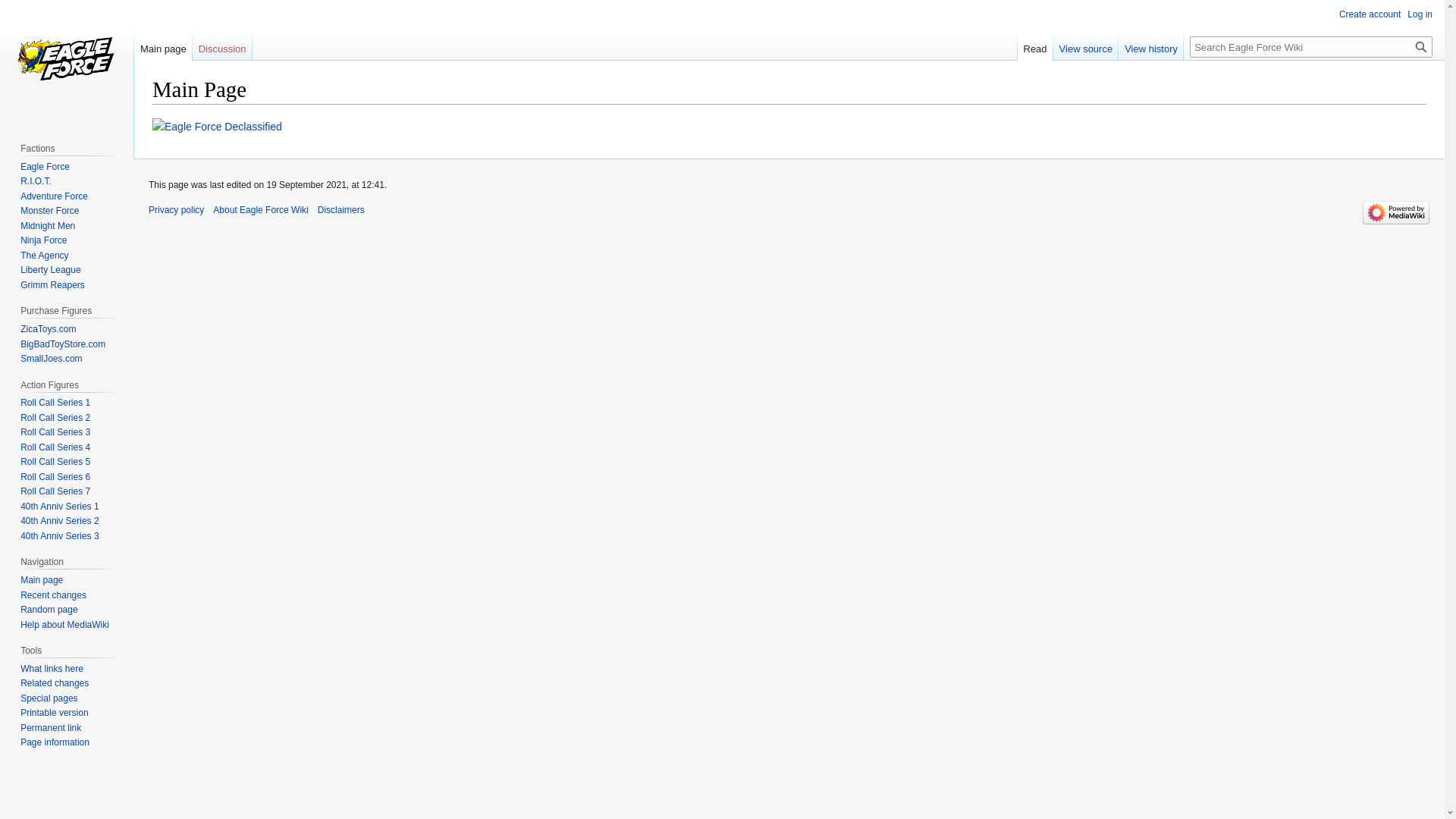 This screenshot has height=819, width=1456. What do you see at coordinates (1419, 14) in the screenshot?
I see `'Log in'` at bounding box center [1419, 14].